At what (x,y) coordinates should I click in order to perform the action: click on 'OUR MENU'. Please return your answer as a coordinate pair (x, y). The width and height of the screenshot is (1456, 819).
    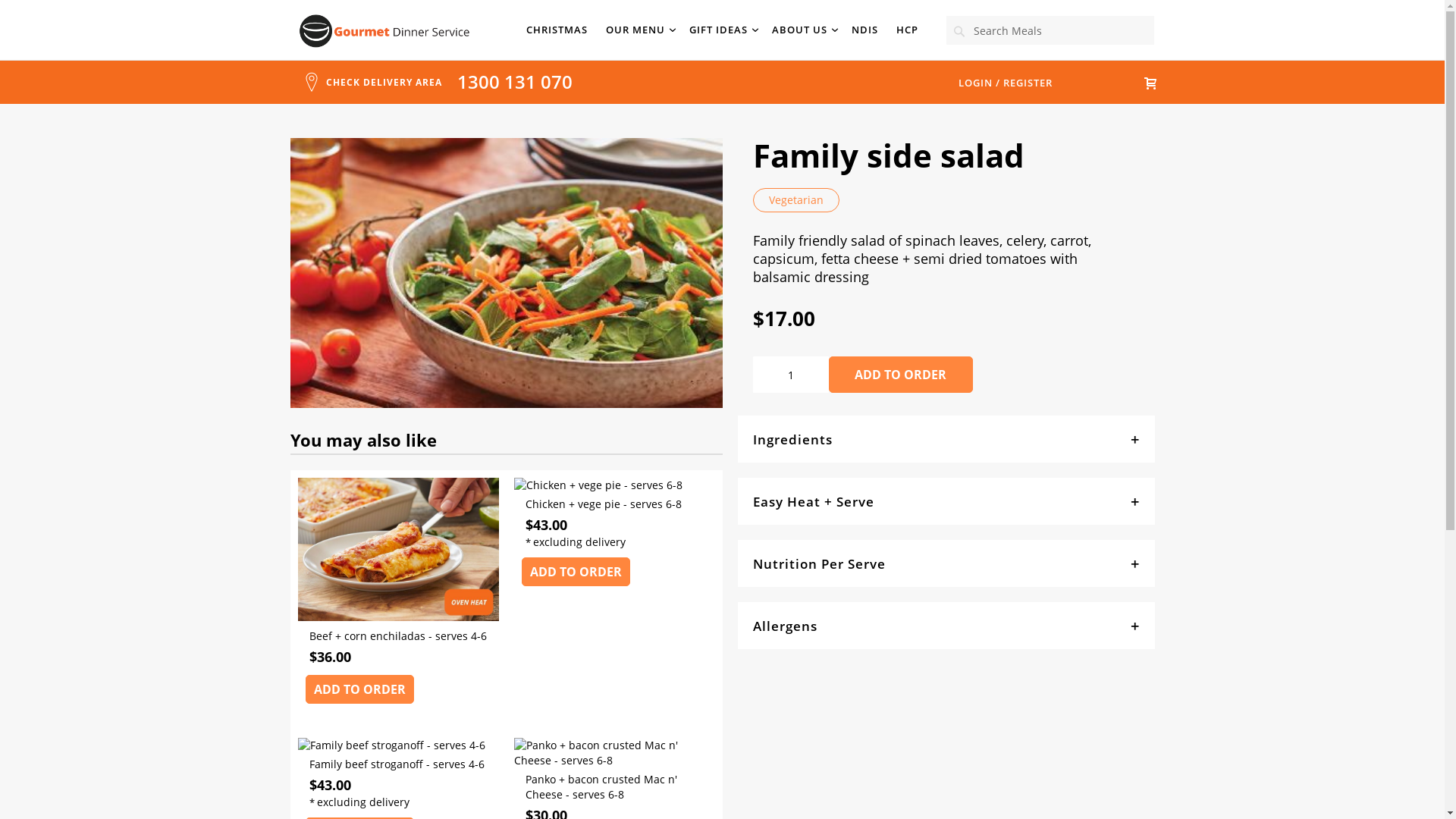
    Looking at the image, I should click on (638, 30).